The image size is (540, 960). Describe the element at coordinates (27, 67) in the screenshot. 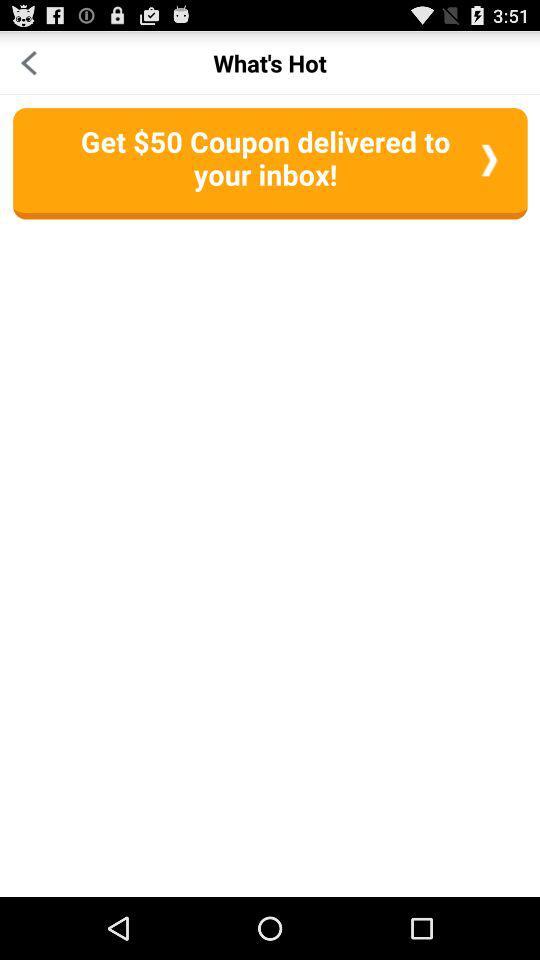

I see `the arrow_backward icon` at that location.